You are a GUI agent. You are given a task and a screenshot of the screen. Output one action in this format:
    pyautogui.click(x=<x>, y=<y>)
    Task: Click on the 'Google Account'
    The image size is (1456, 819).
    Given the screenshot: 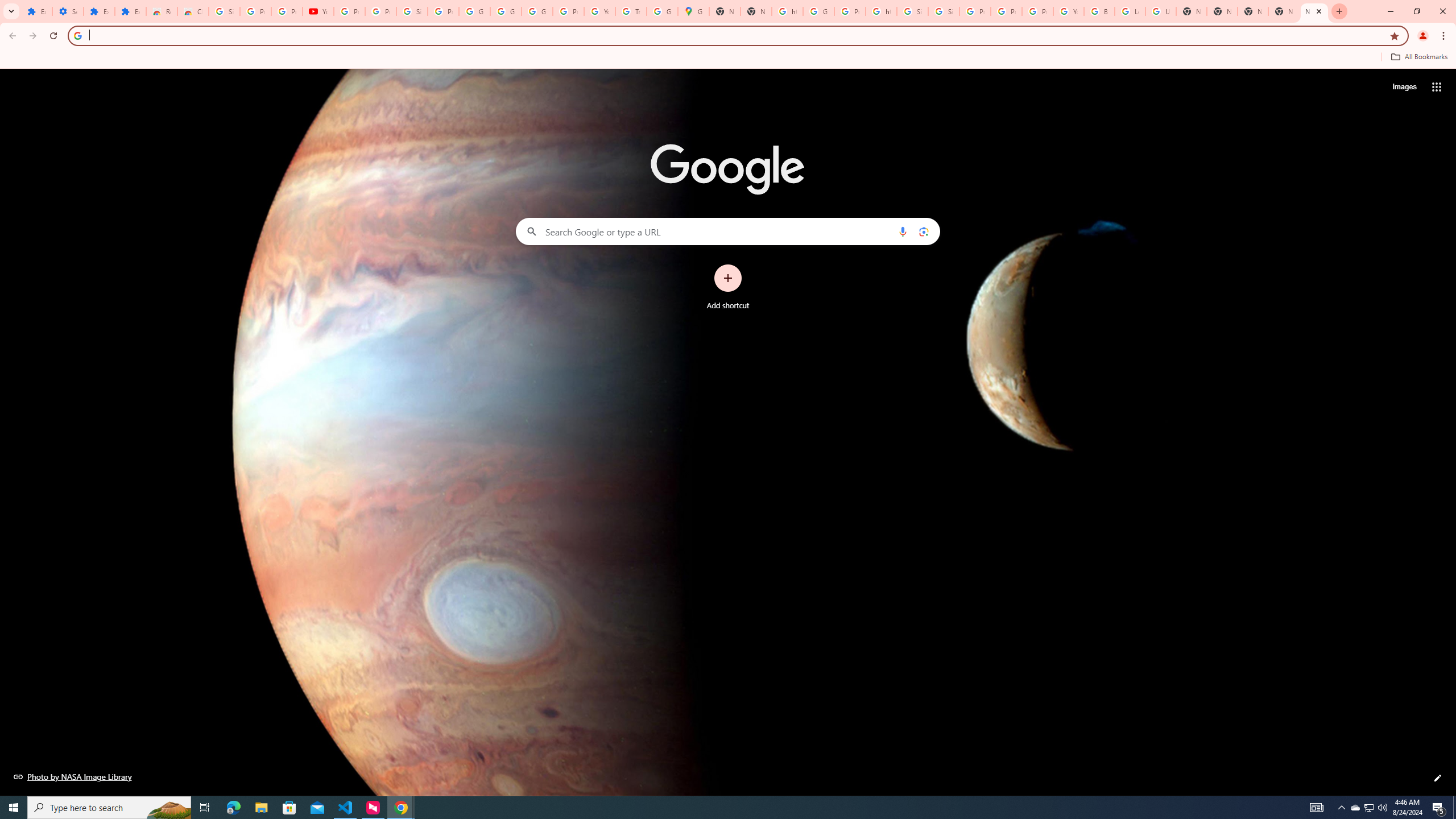 What is the action you would take?
    pyautogui.click(x=505, y=11)
    